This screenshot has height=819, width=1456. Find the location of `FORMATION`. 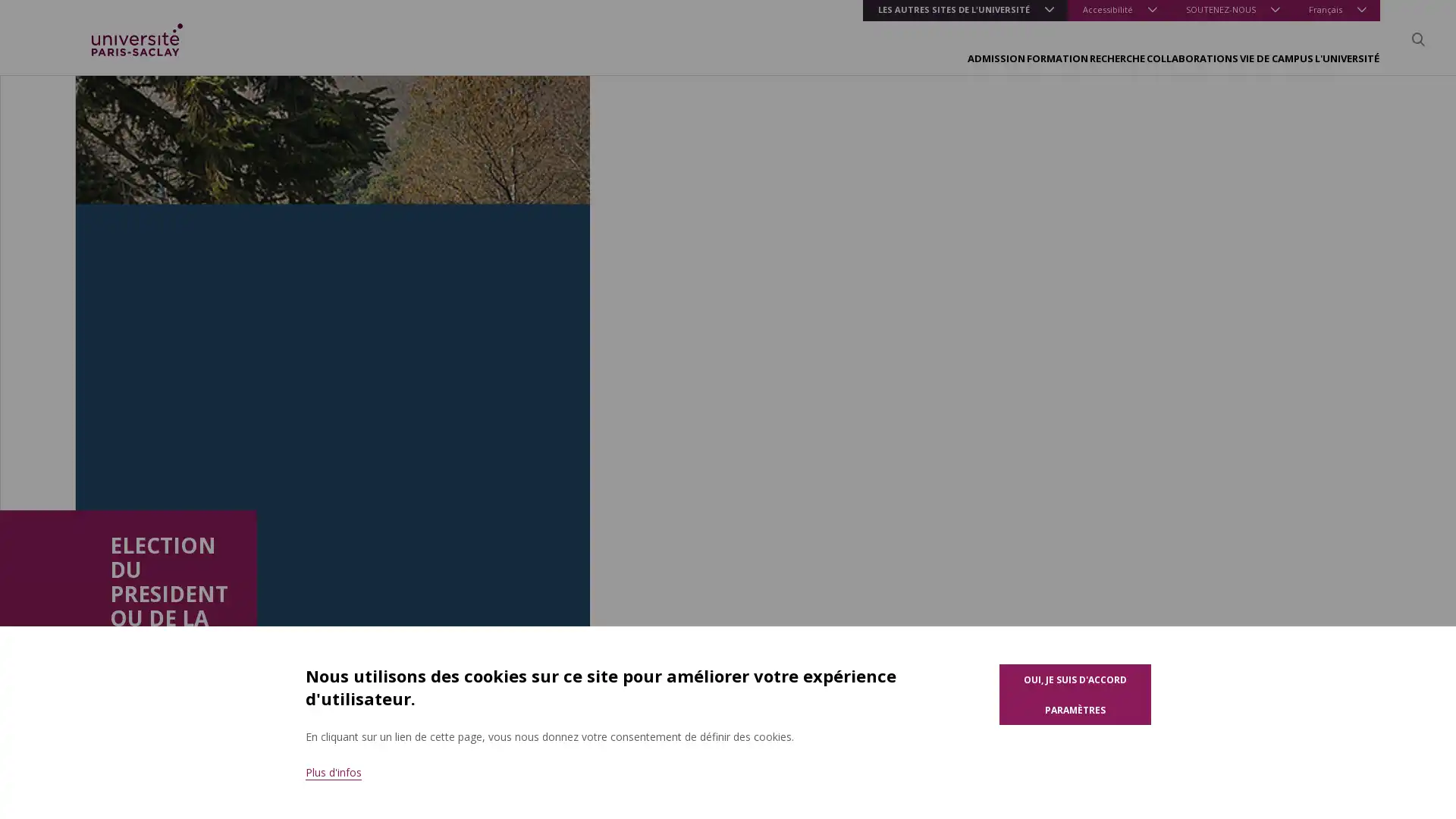

FORMATION is located at coordinates (860, 52).